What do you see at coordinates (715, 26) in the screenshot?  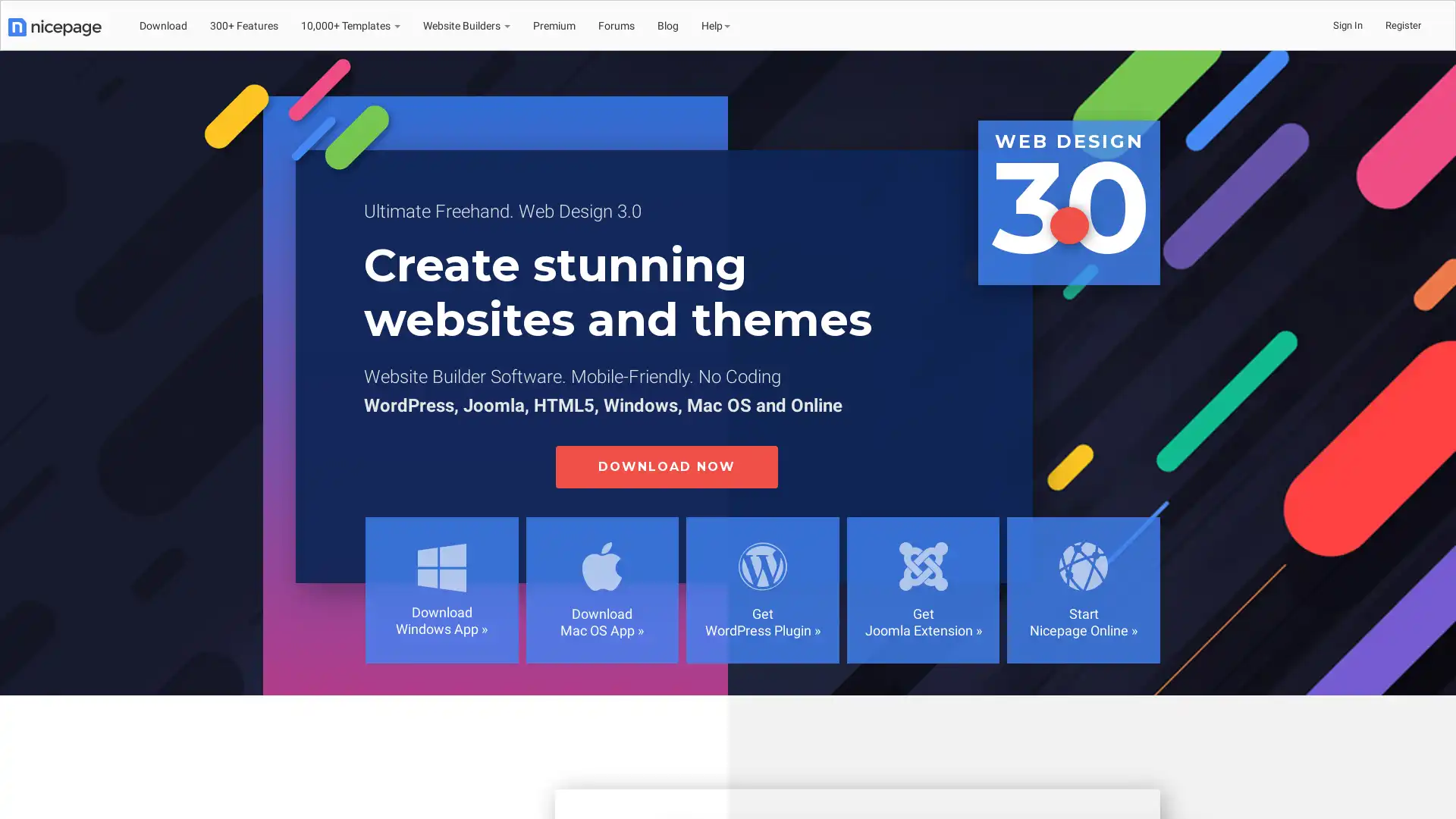 I see `Help` at bounding box center [715, 26].